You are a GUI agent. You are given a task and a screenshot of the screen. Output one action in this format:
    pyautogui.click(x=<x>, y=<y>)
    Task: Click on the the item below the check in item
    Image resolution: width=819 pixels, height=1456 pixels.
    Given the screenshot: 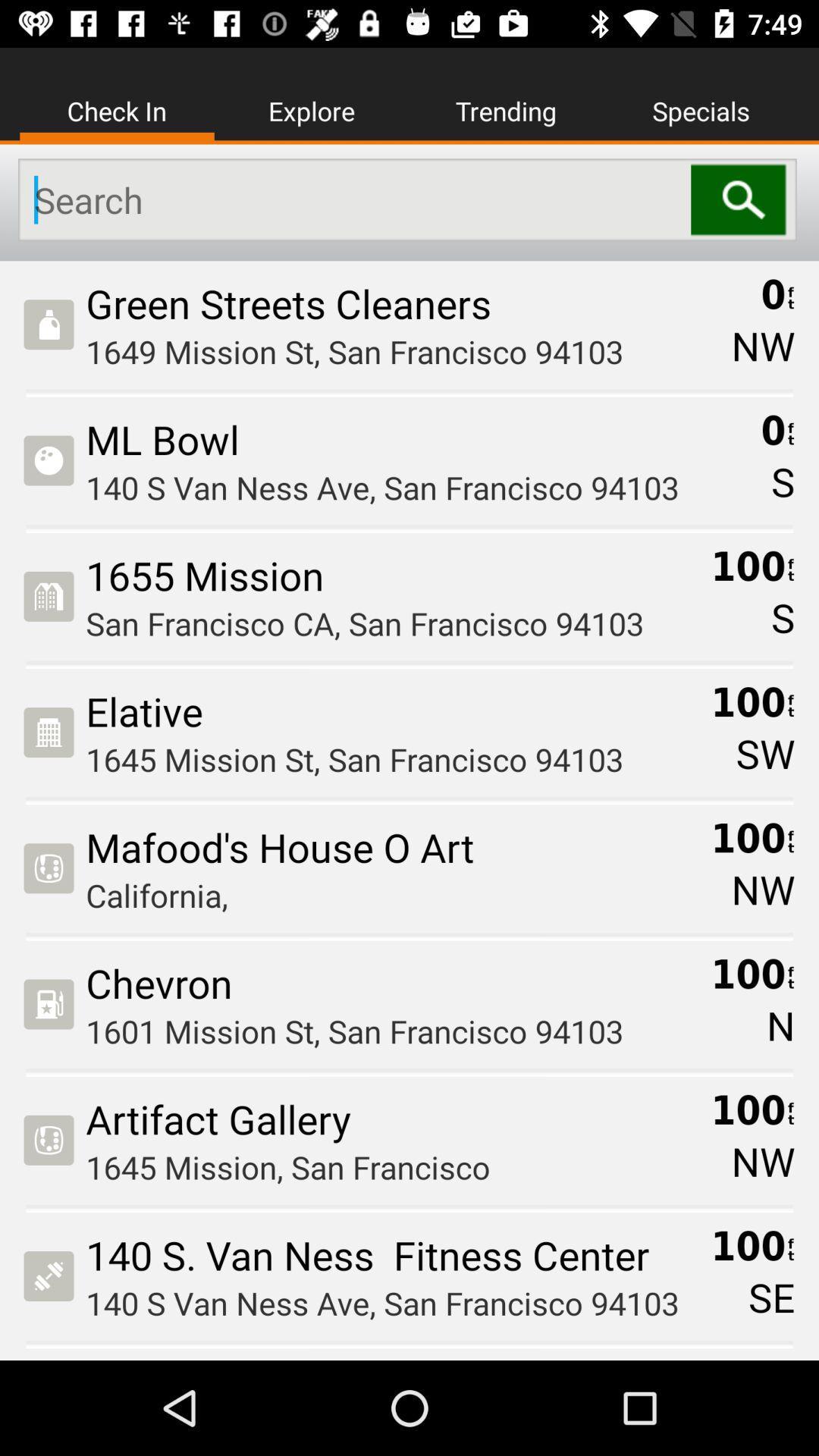 What is the action you would take?
    pyautogui.click(x=354, y=199)
    